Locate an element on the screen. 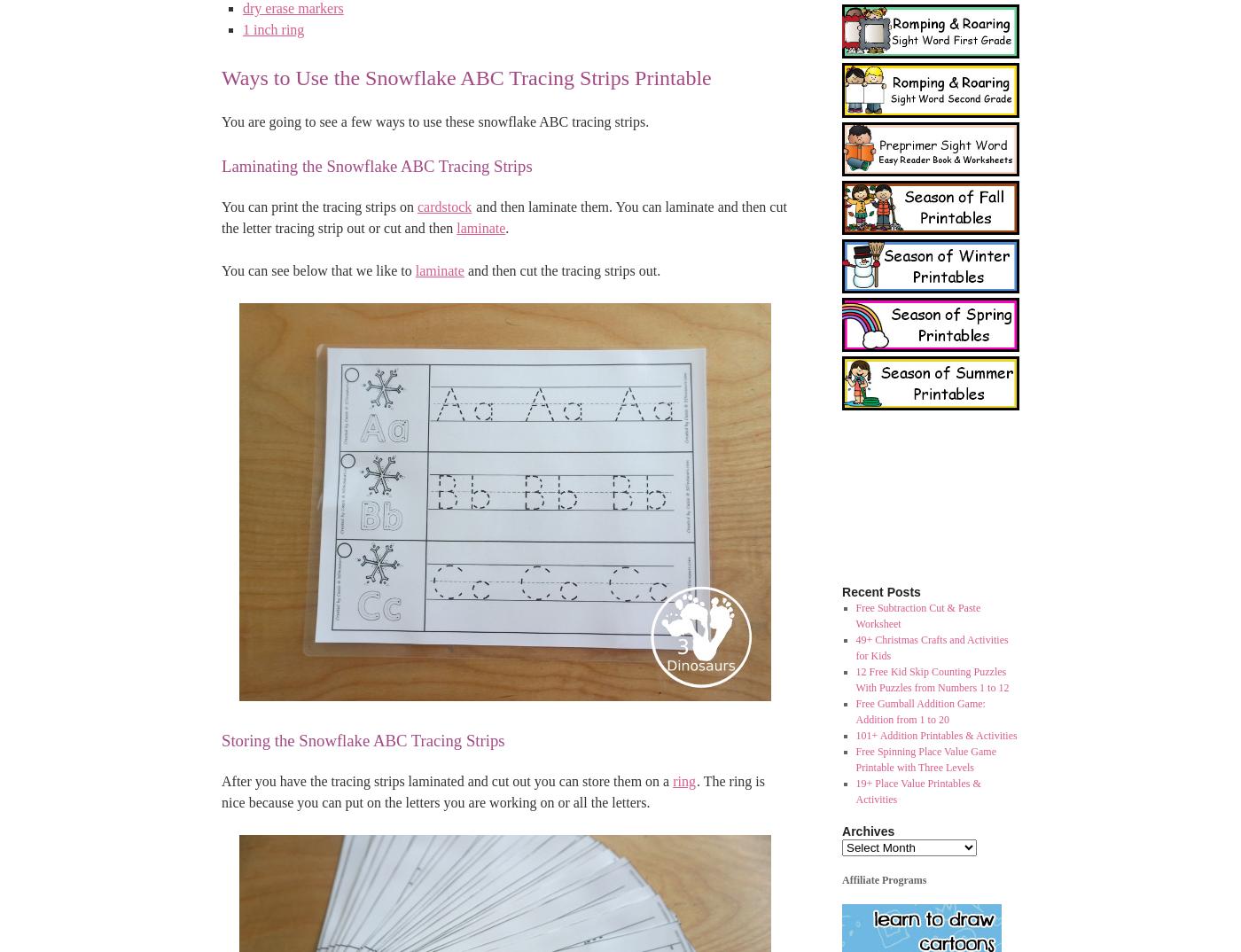  '1 inch ring' is located at coordinates (273, 28).